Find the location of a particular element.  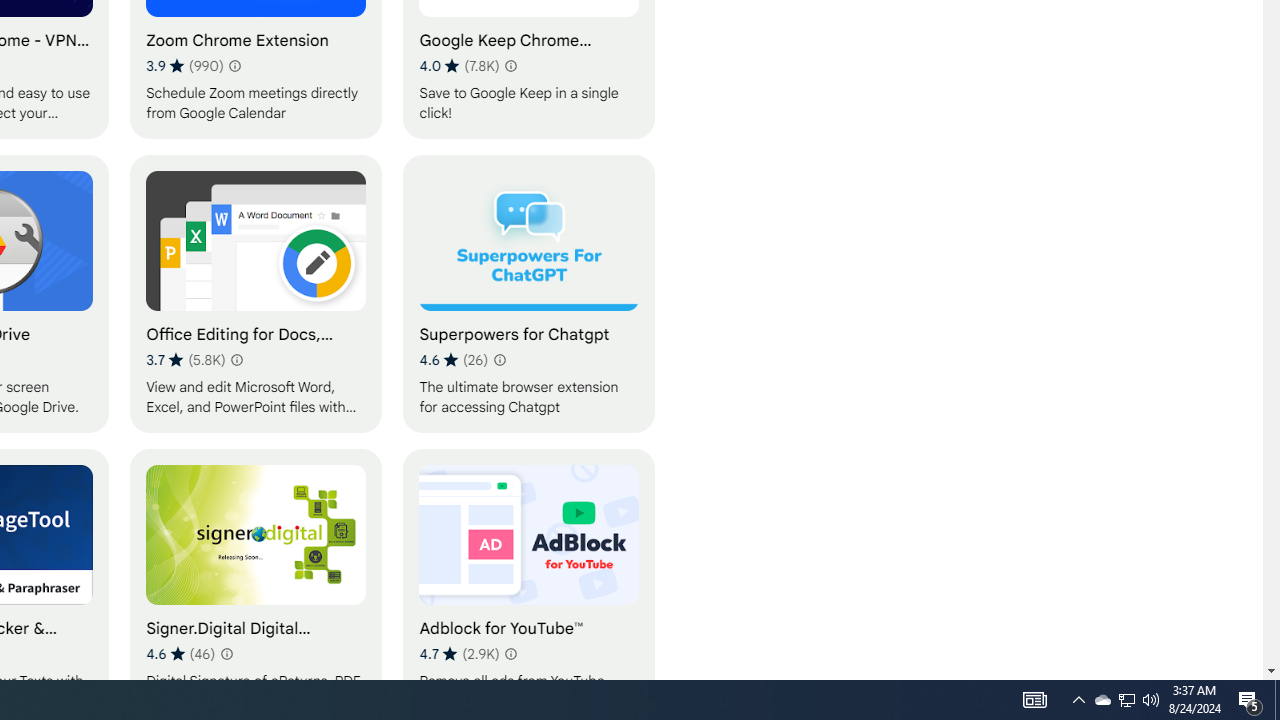

'Average rating 3.9 out of 5 stars. 990 ratings.' is located at coordinates (184, 65).